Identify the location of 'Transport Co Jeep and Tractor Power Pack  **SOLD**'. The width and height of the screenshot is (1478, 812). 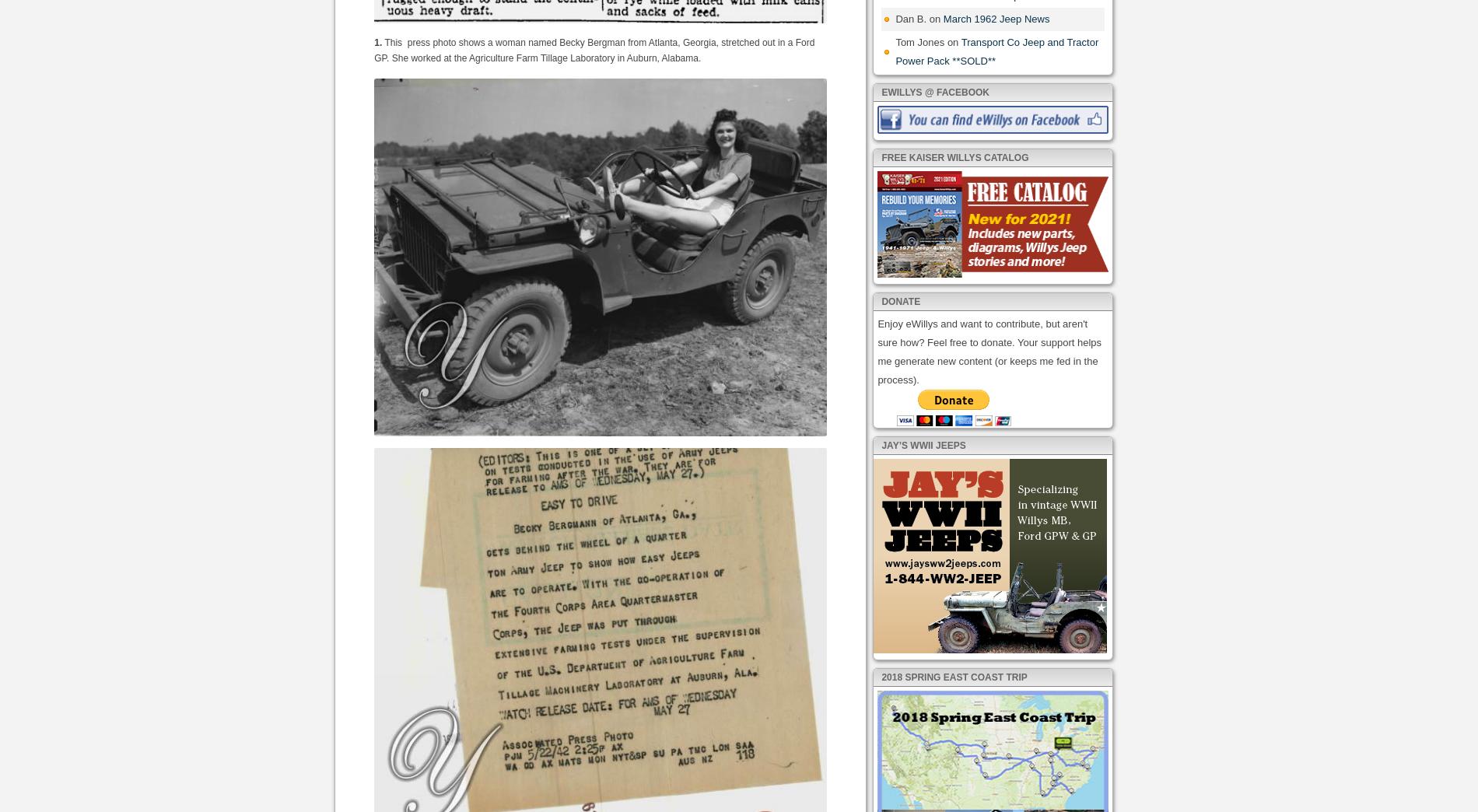
(996, 50).